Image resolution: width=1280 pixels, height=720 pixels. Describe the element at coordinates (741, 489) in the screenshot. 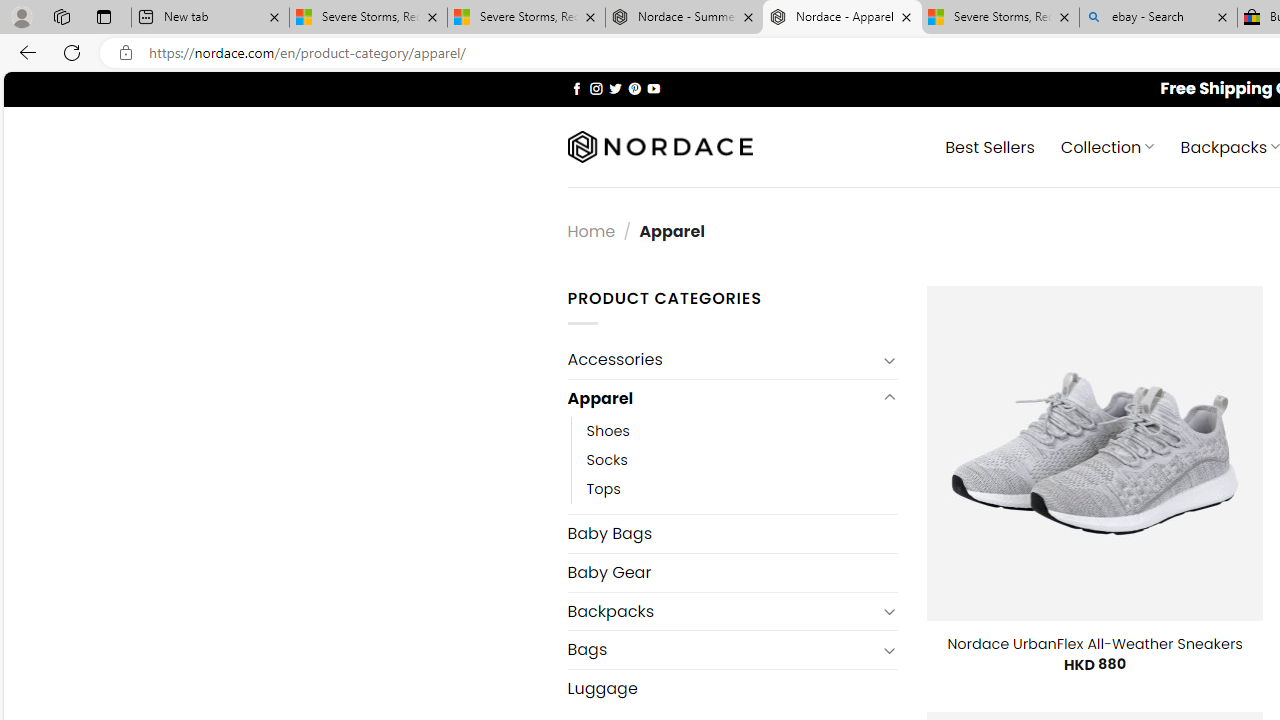

I see `'Tops'` at that location.